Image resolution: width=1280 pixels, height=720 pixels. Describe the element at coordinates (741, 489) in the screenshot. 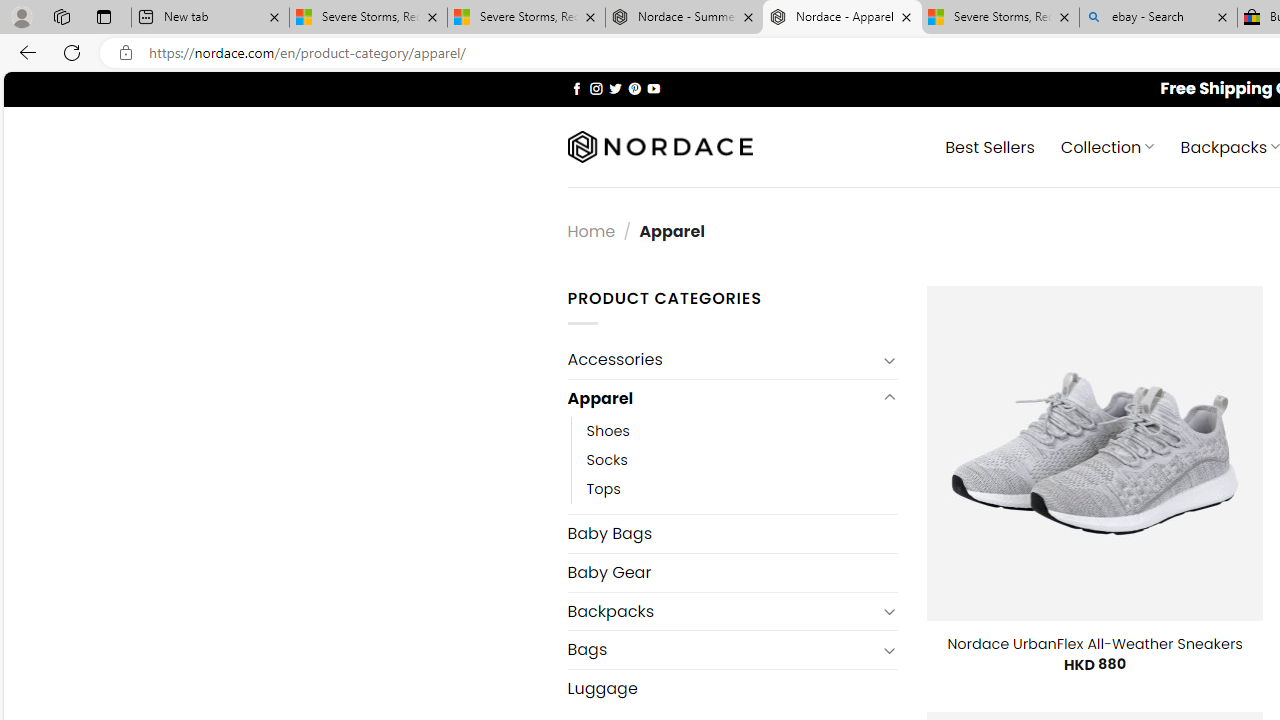

I see `'Tops'` at that location.